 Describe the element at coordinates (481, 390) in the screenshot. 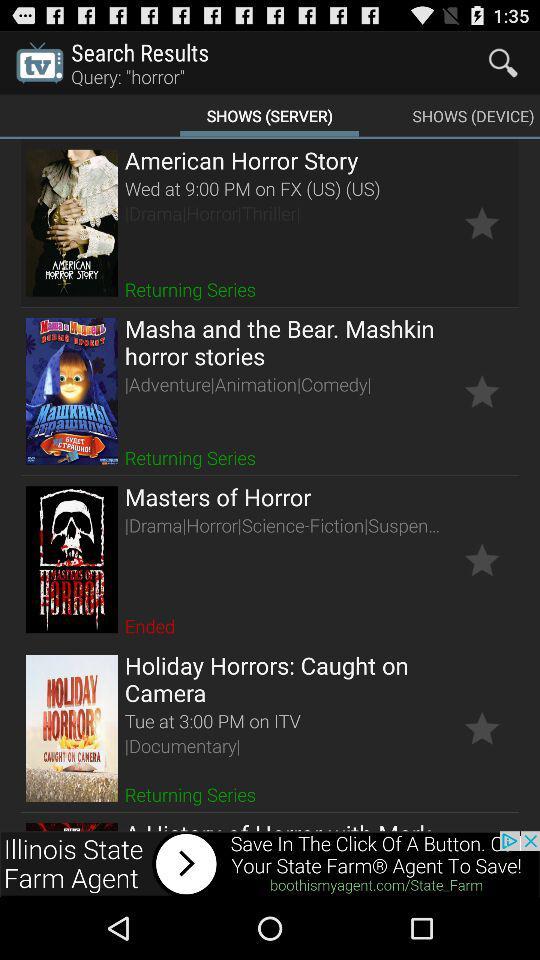

I see `the star symbol` at that location.